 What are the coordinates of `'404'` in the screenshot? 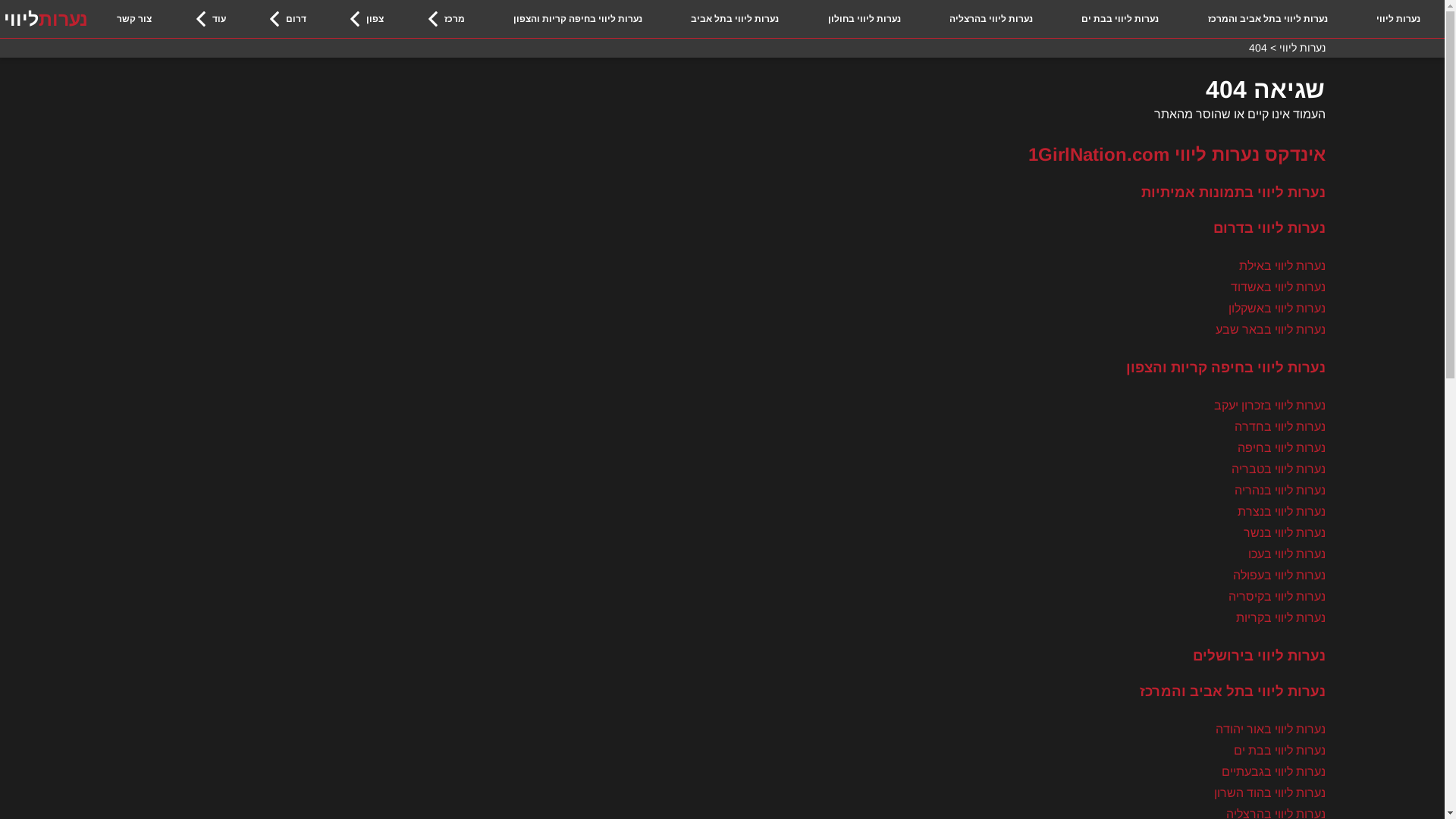 It's located at (1257, 46).